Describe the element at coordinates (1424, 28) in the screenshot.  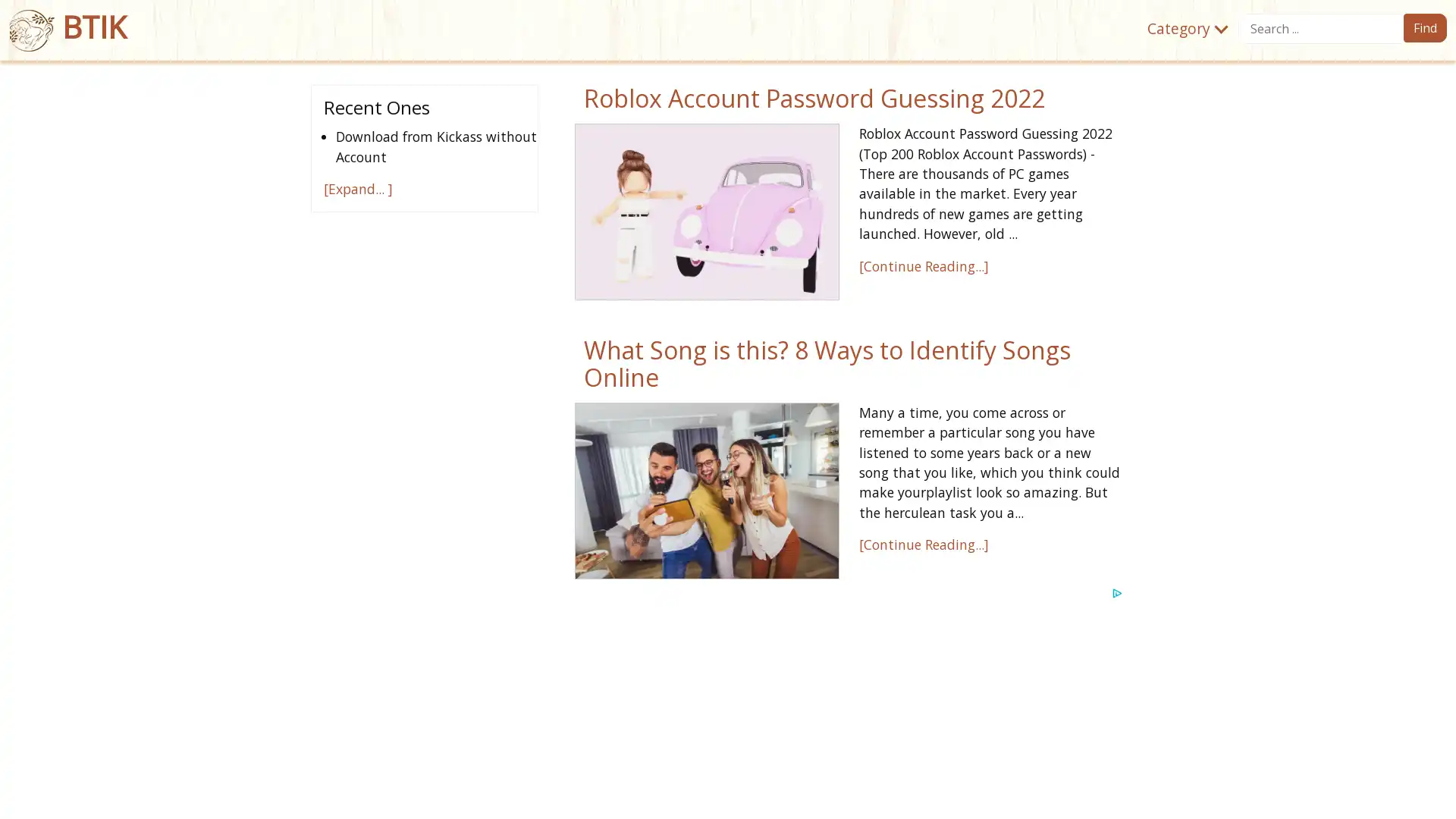
I see `Find` at that location.